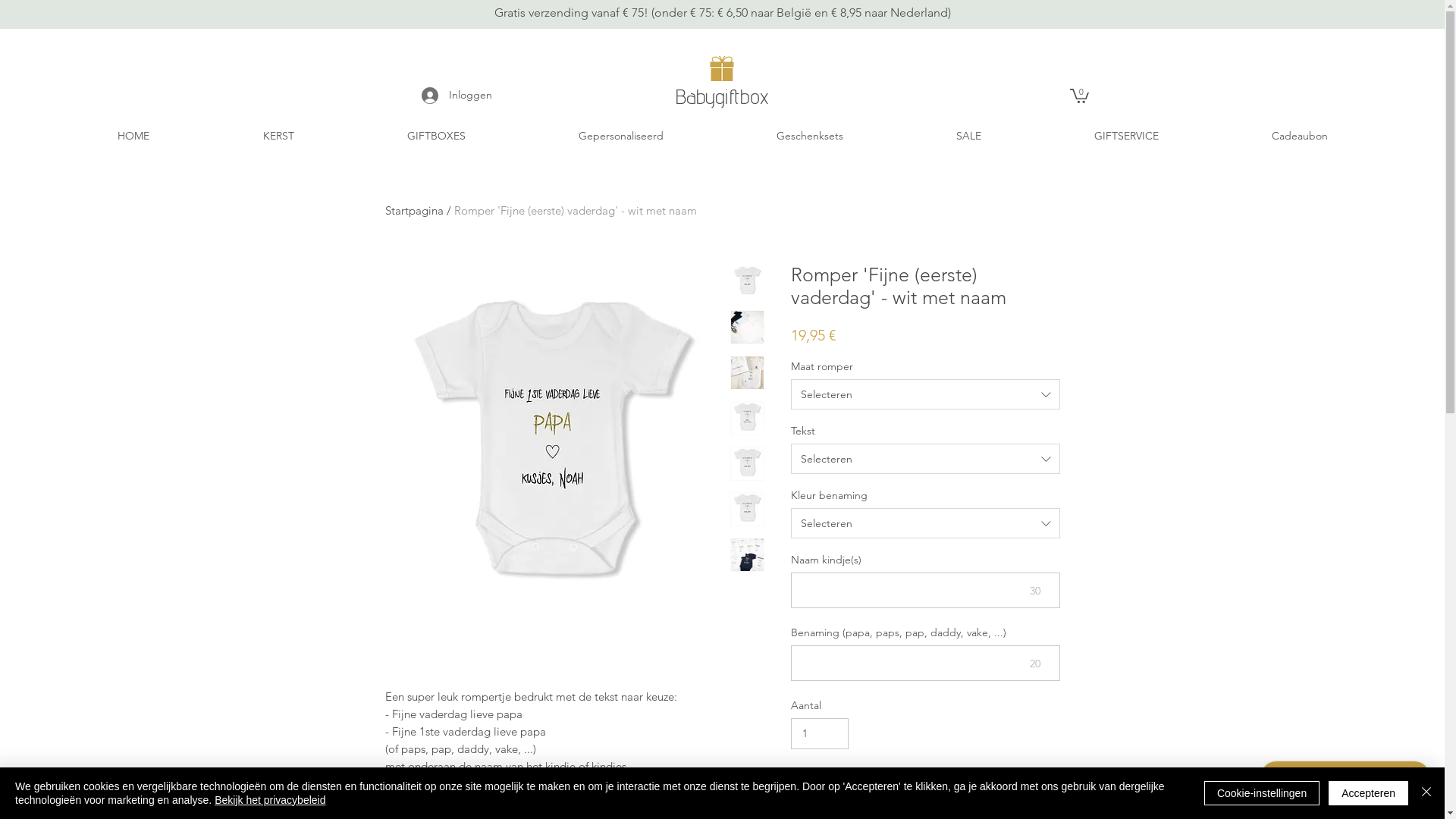 This screenshot has height=819, width=1456. I want to click on 'Geschenksets', so click(808, 135).